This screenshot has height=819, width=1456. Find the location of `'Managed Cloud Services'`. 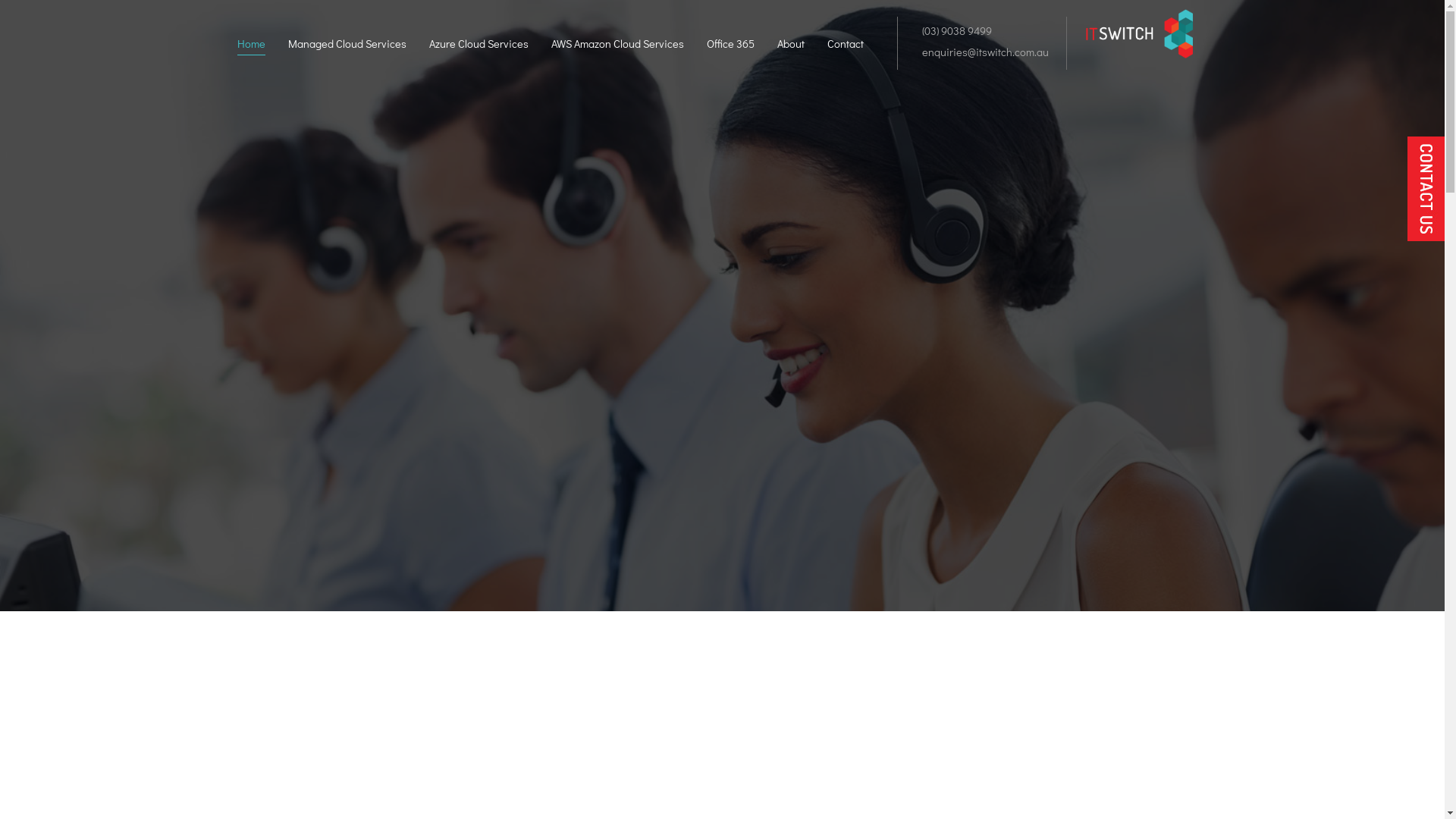

'Managed Cloud Services' is located at coordinates (287, 45).